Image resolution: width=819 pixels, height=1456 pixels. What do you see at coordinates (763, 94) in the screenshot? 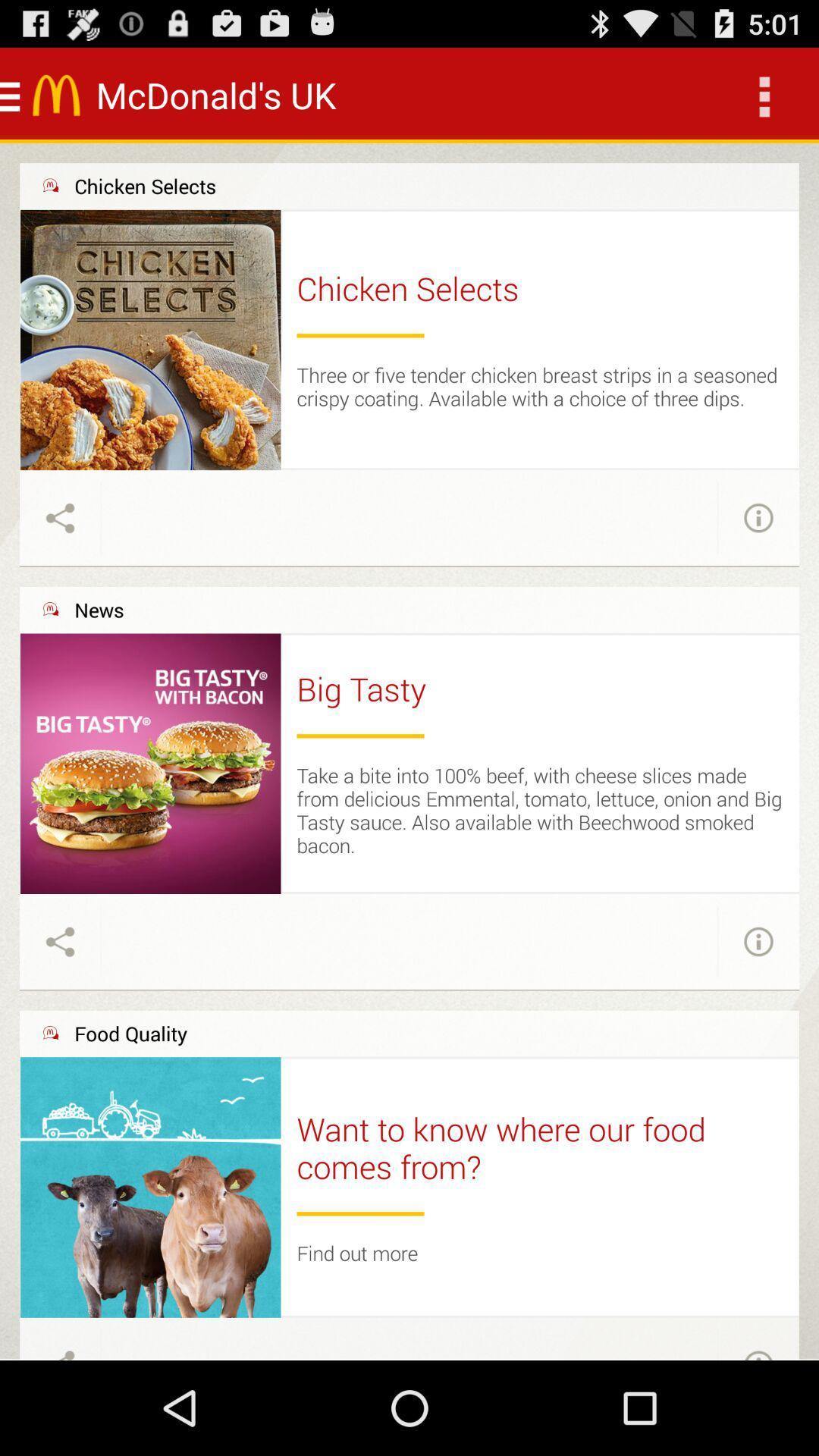
I see `icon at the top right corner` at bounding box center [763, 94].